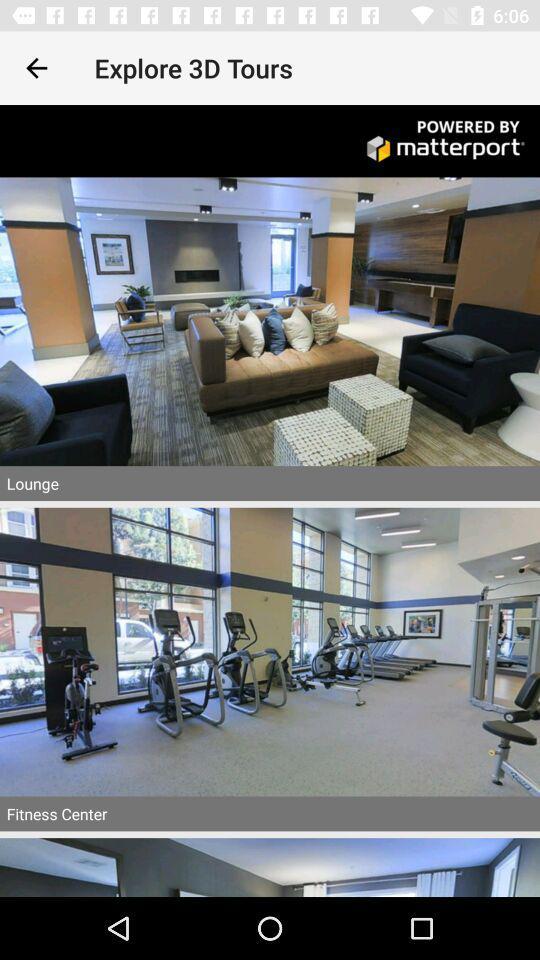  Describe the element at coordinates (36, 68) in the screenshot. I see `the item to the left of the explore 3d tours icon` at that location.